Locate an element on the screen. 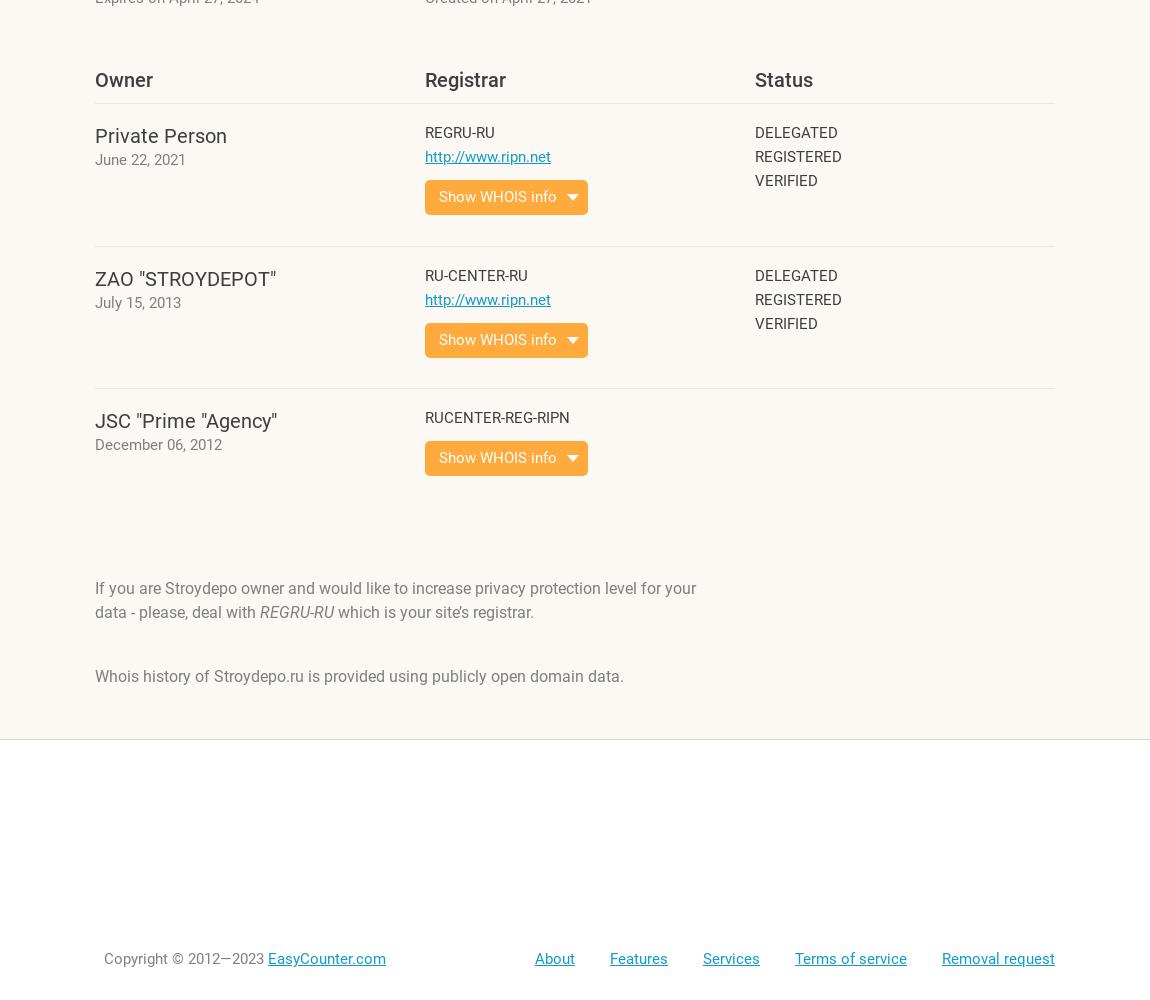 This screenshot has width=1150, height=1000. 'Services' is located at coordinates (730, 958).